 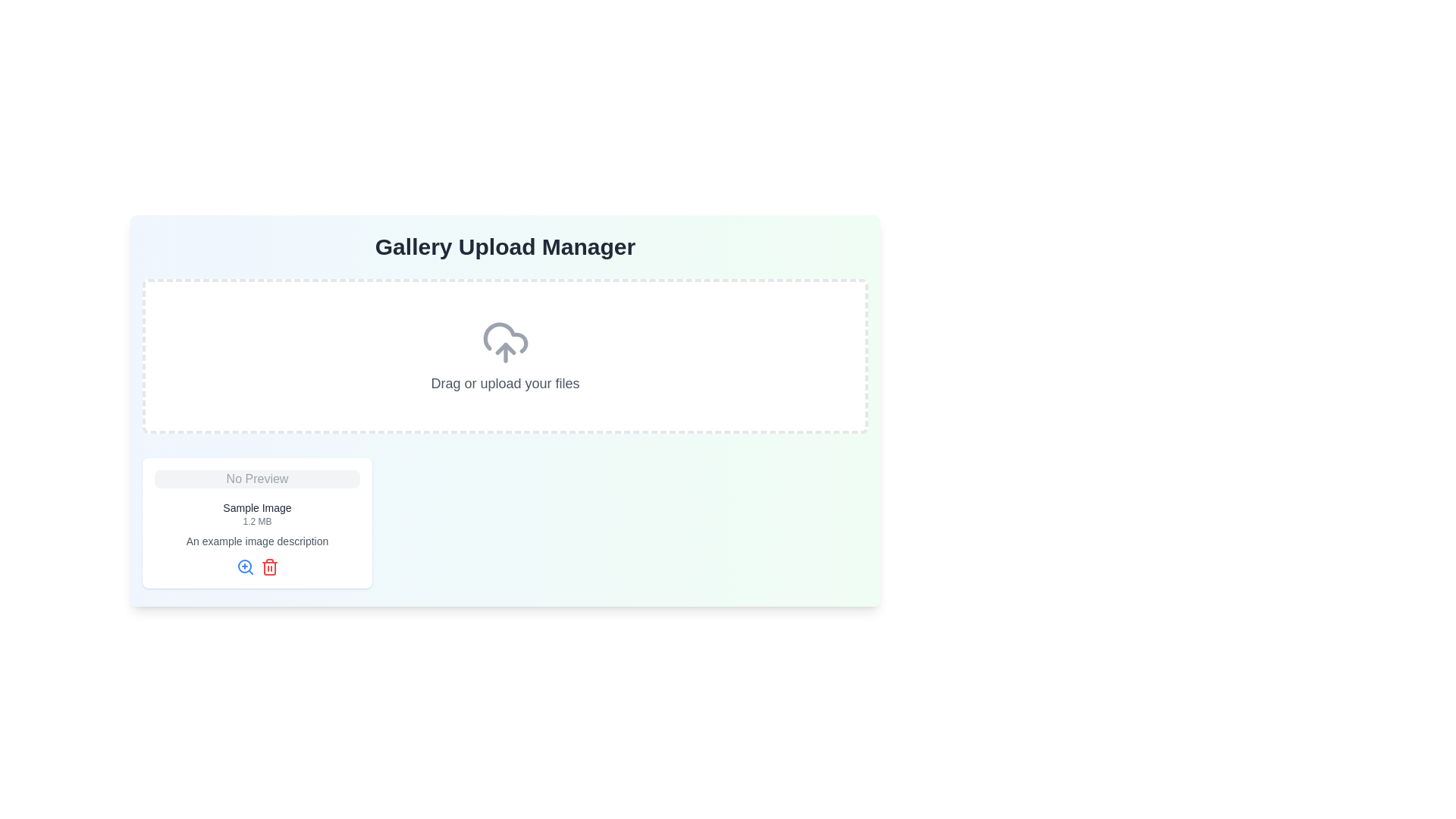 I want to click on the zoom-in icon located at the bottom-left corner of the preview card, which is the first icon in a horizontal group of two icons, adjacent to a red trash icon, so click(x=245, y=567).